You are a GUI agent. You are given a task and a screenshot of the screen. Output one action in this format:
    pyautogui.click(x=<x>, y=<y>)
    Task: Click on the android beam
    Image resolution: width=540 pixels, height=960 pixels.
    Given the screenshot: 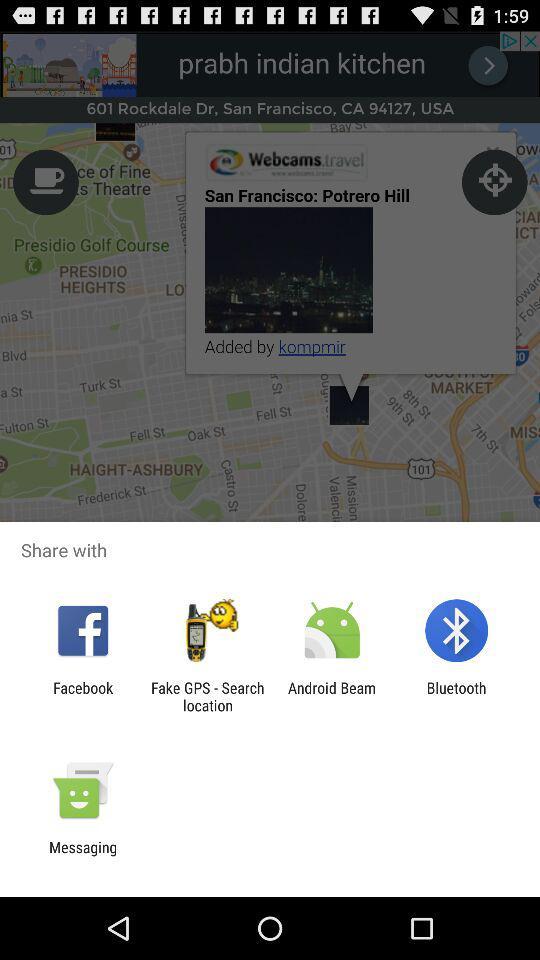 What is the action you would take?
    pyautogui.click(x=332, y=696)
    